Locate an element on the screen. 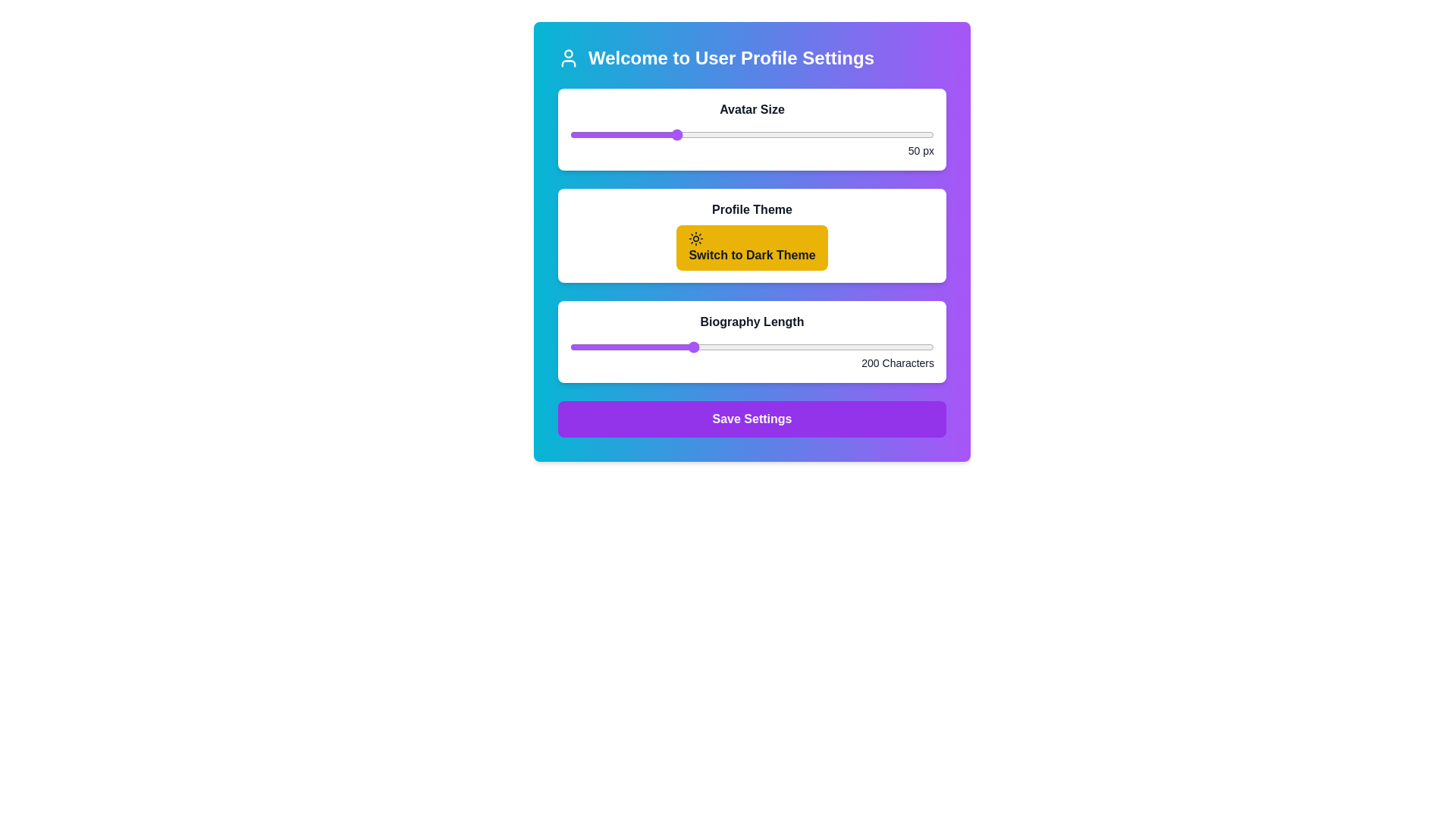 This screenshot has width=1456, height=819. the biography length slider is located at coordinates (866, 347).